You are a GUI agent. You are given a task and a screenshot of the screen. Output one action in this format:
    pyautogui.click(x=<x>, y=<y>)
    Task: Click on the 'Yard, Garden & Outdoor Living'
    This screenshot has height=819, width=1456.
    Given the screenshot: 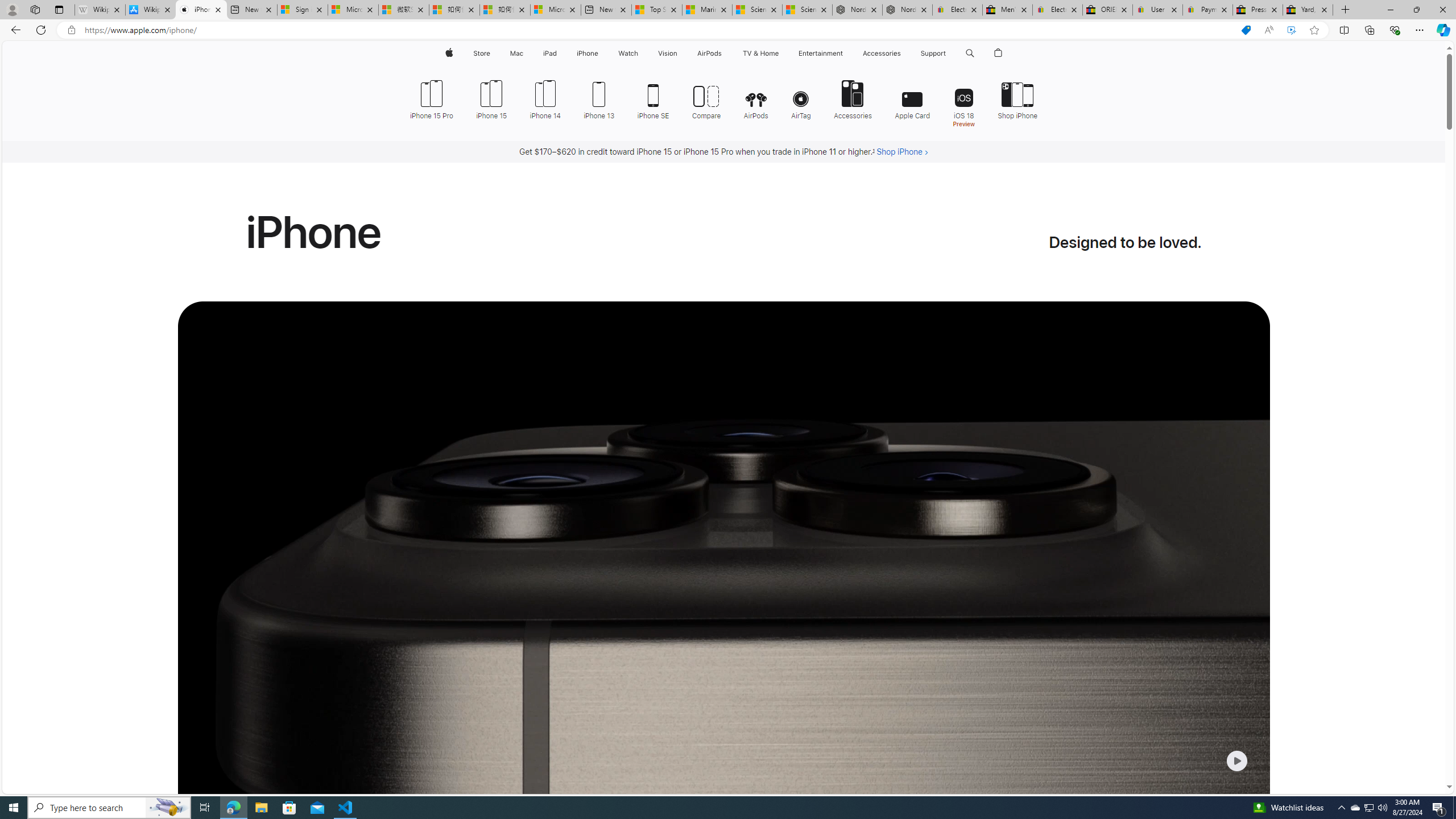 What is the action you would take?
    pyautogui.click(x=1308, y=9)
    